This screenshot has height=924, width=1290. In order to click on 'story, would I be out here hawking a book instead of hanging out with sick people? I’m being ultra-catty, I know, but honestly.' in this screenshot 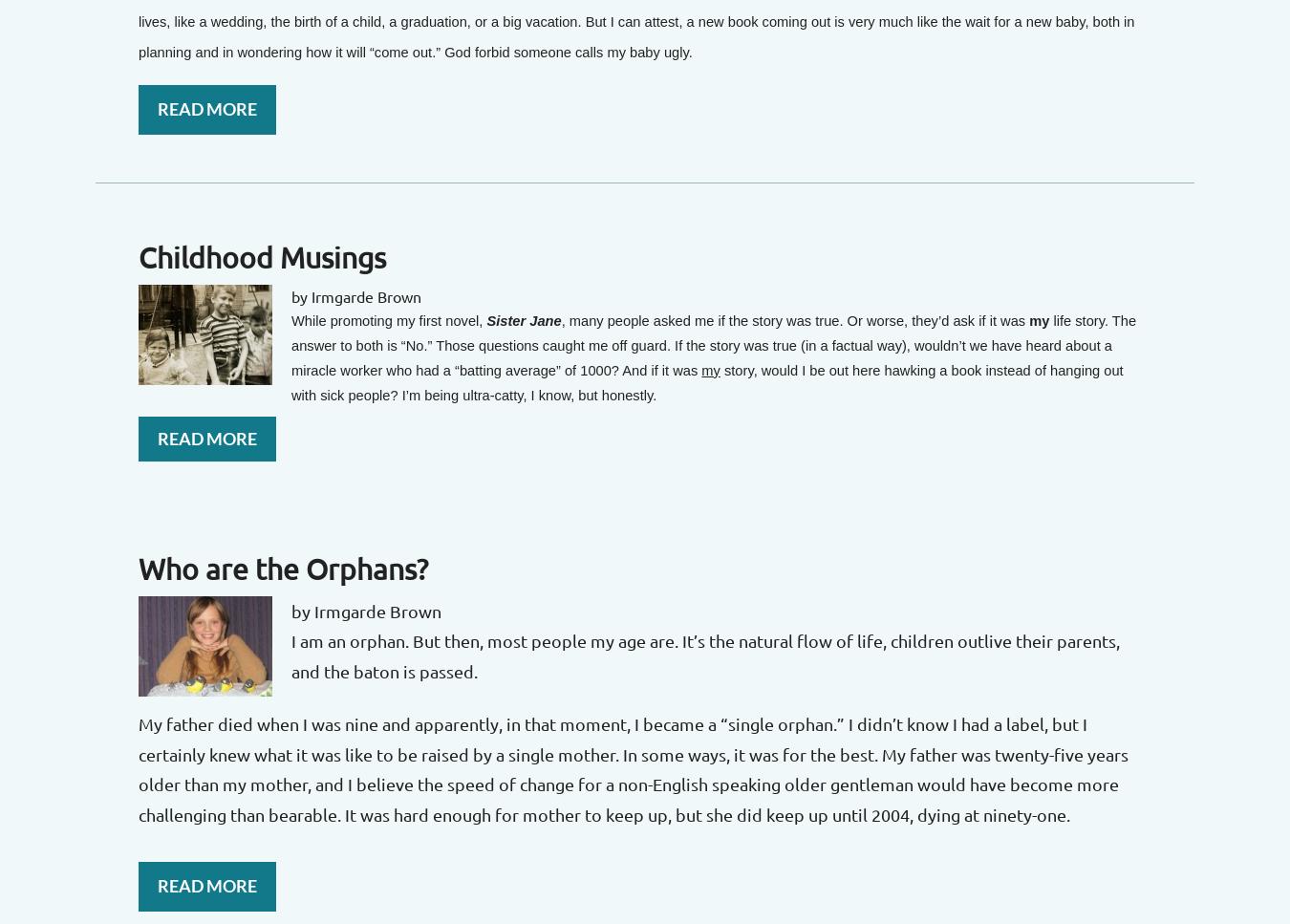, I will do `click(705, 382)`.